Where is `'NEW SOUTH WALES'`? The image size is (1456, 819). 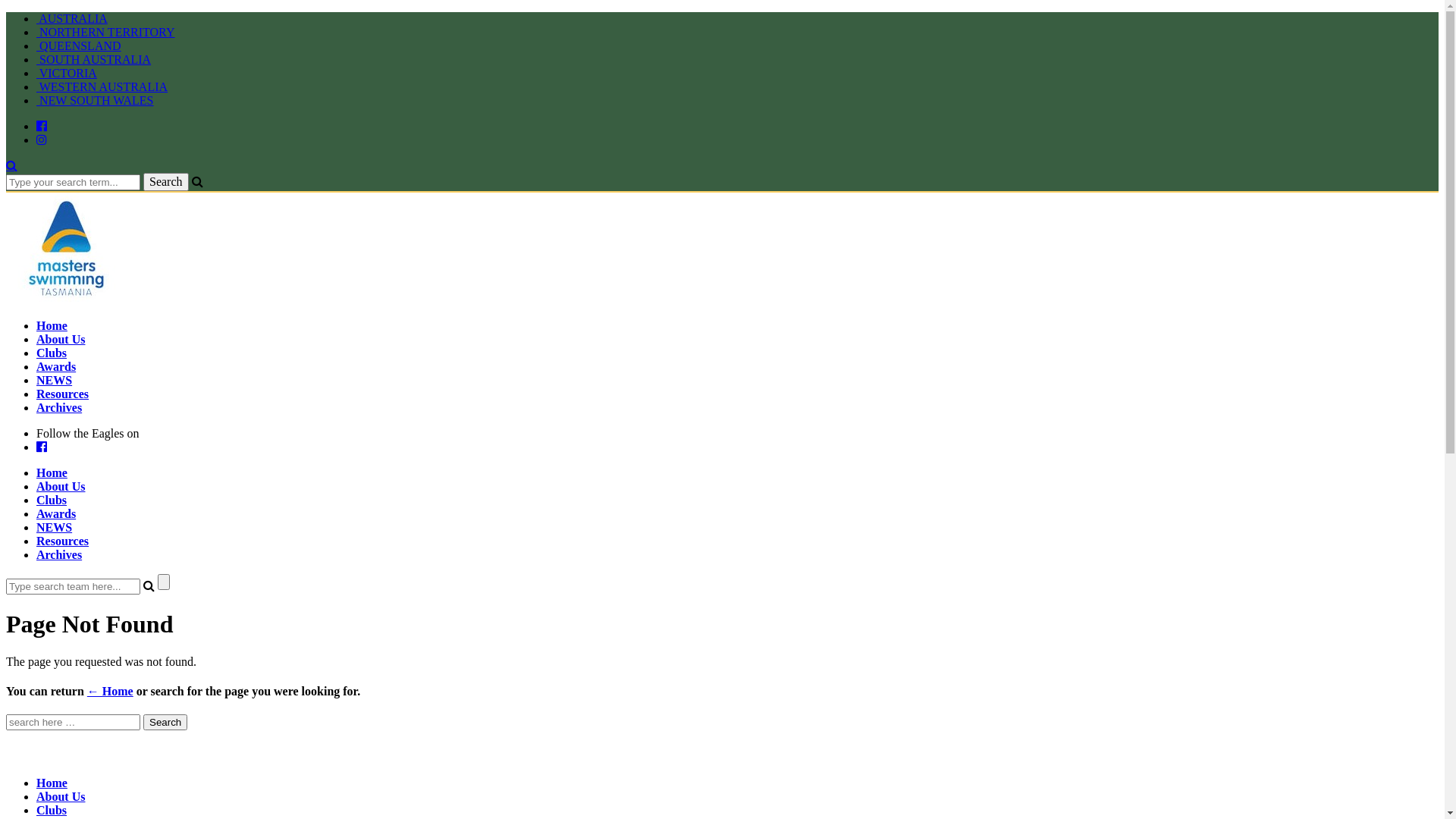
'NEW SOUTH WALES' is located at coordinates (94, 100).